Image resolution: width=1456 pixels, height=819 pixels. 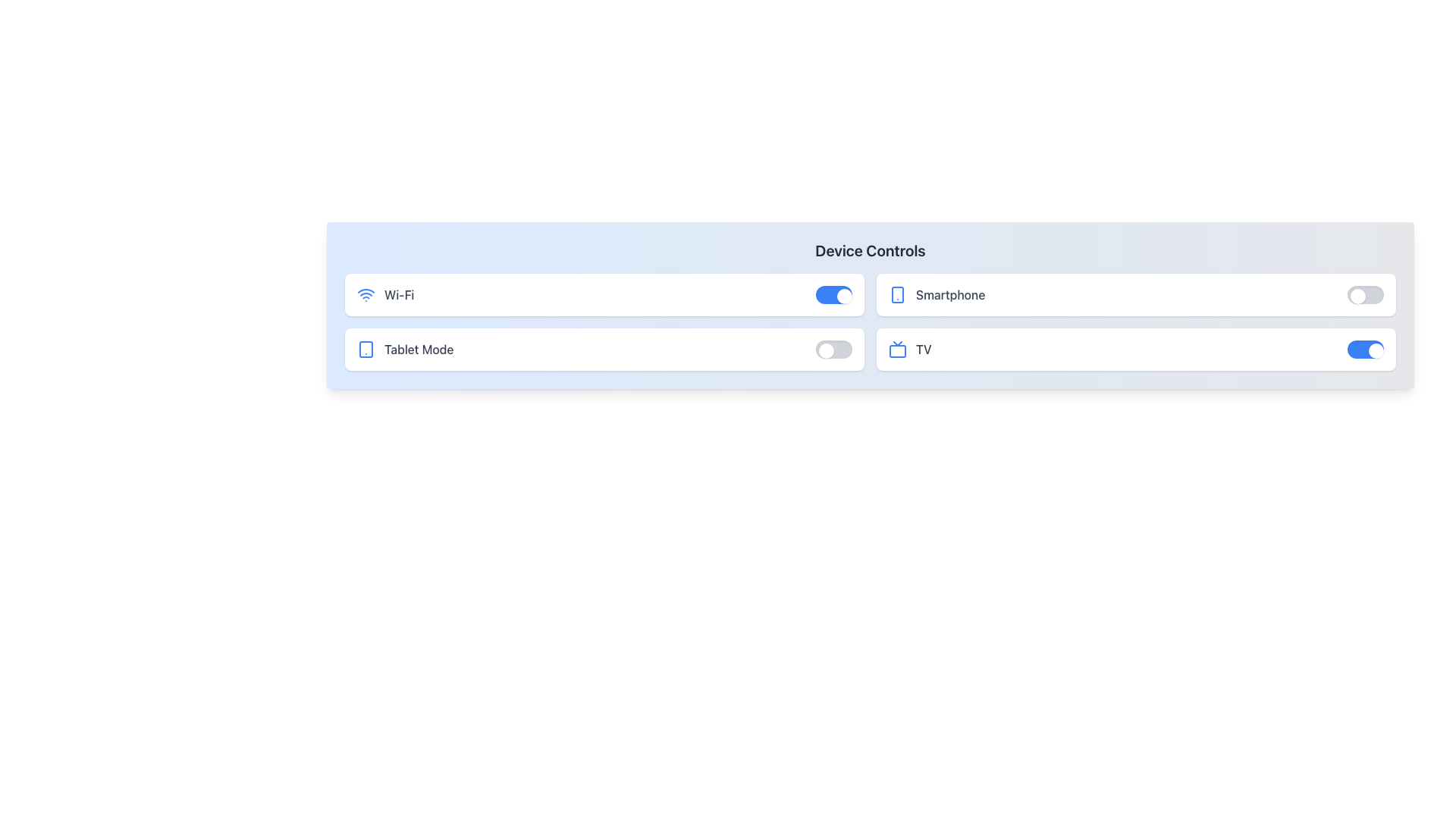 I want to click on the decorative graphic element, which is a white-filled rectangle with rounded corners inside the tablet icon, located in the second row of the Device Controls panel, so click(x=366, y=350).